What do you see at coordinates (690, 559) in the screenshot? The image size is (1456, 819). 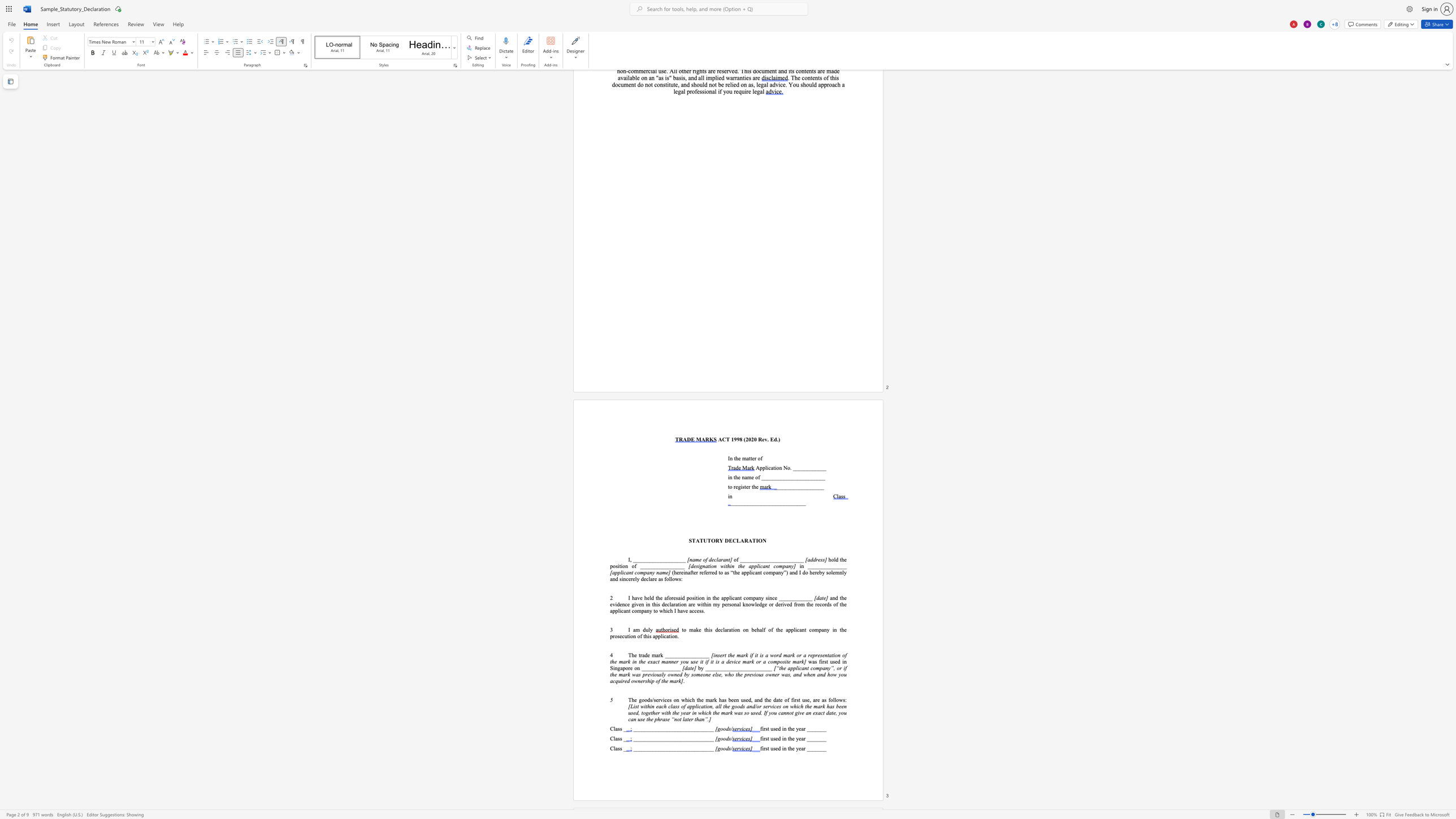 I see `the space between the continuous character "[" and "n" in the text` at bounding box center [690, 559].